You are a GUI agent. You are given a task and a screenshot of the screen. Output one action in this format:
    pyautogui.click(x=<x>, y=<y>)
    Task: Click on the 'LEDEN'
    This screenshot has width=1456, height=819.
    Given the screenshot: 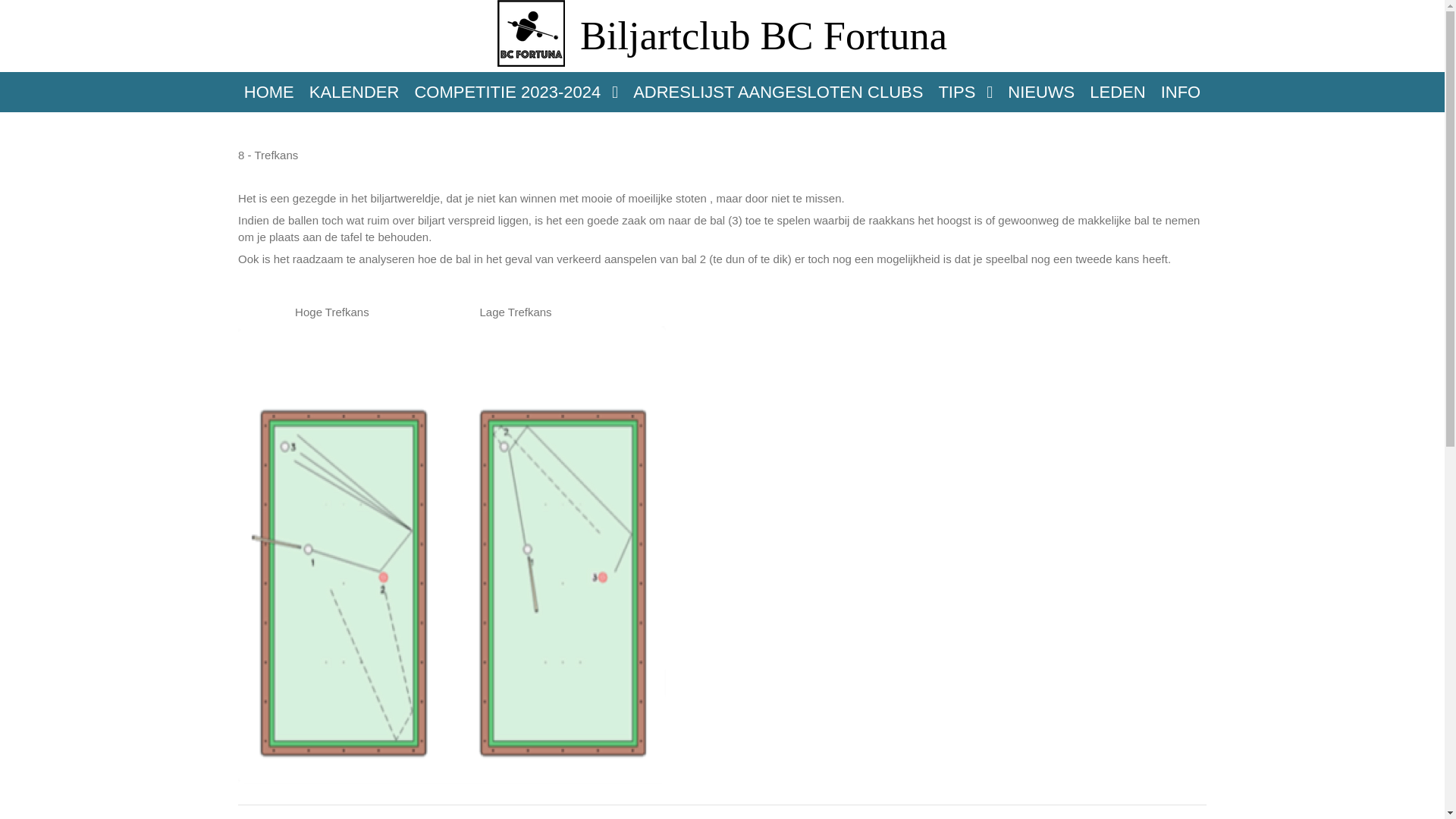 What is the action you would take?
    pyautogui.click(x=1117, y=91)
    